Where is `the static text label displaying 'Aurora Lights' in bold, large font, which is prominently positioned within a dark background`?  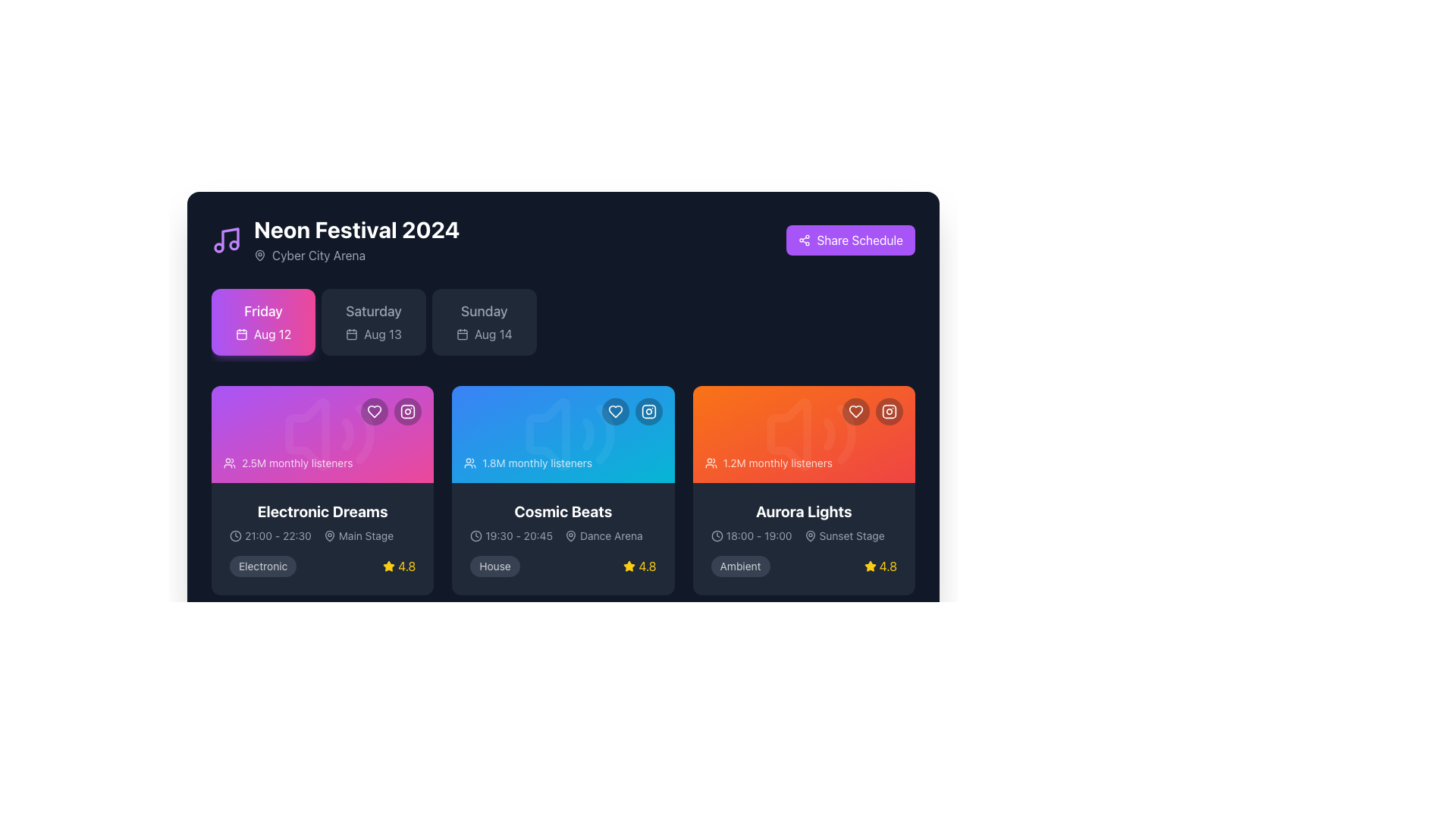 the static text label displaying 'Aurora Lights' in bold, large font, which is prominently positioned within a dark background is located at coordinates (803, 512).